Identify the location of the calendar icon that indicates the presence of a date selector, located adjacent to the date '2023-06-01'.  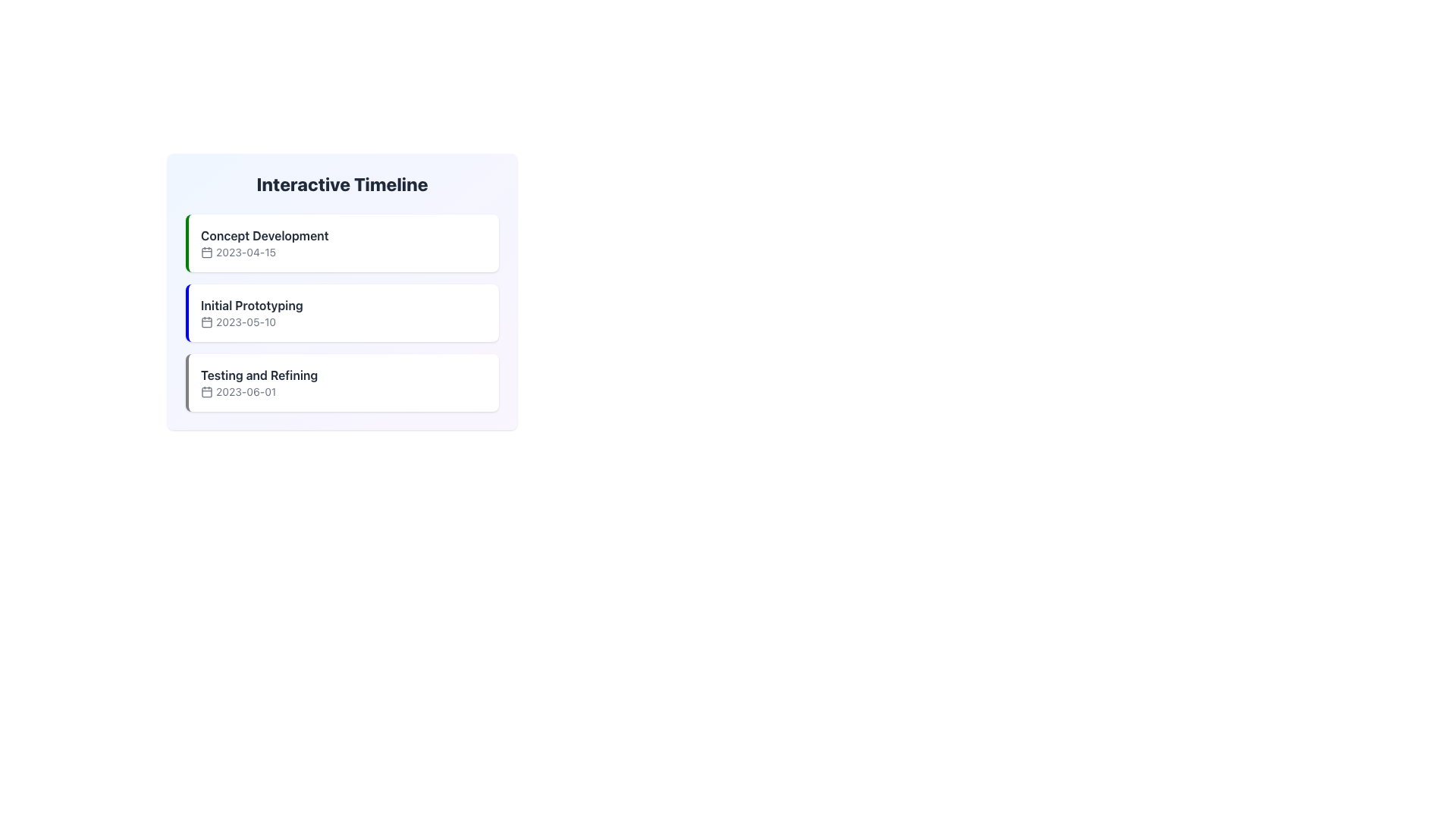
(206, 391).